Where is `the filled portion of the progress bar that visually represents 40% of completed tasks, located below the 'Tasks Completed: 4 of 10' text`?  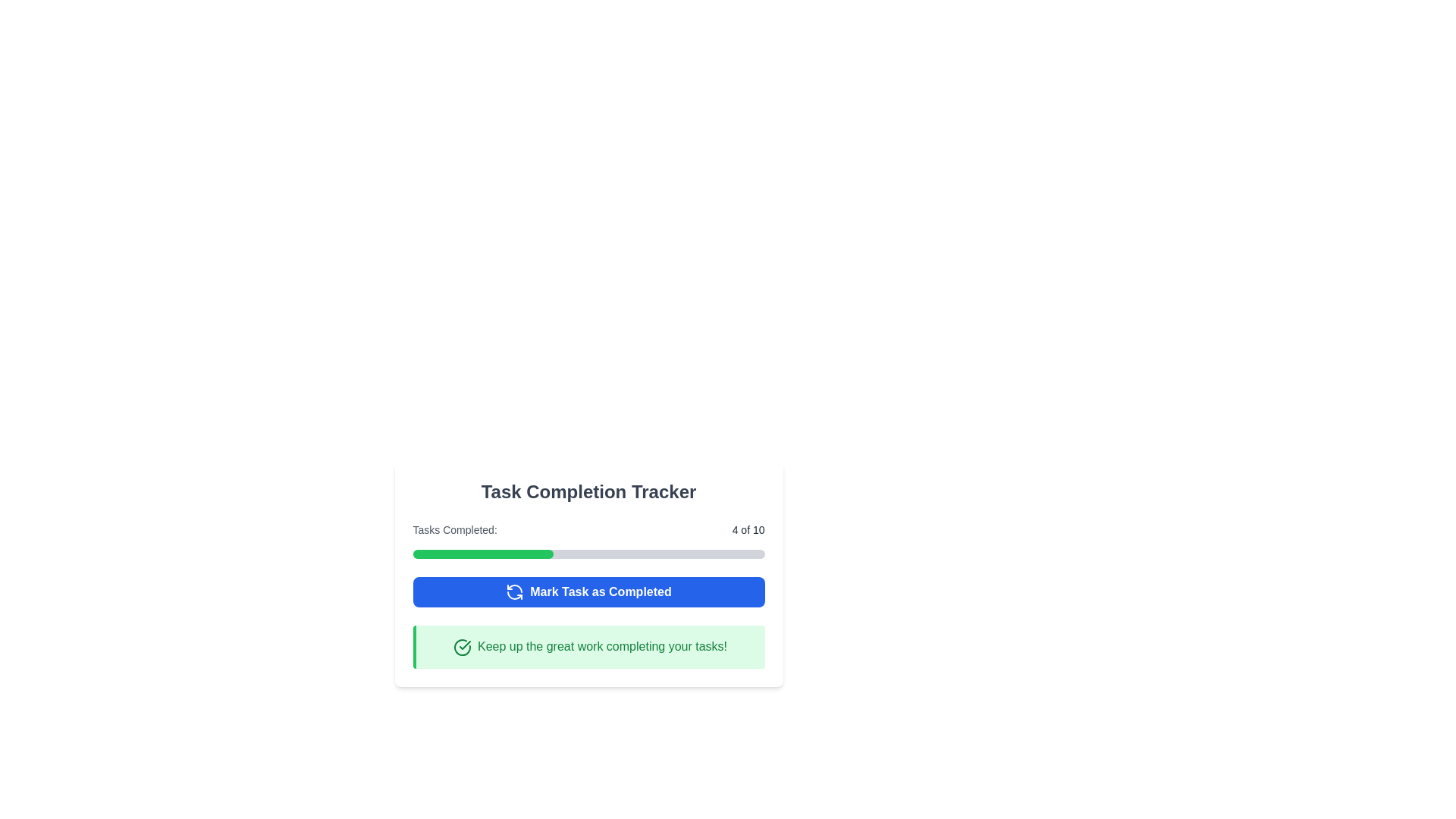
the filled portion of the progress bar that visually represents 40% of completed tasks, located below the 'Tasks Completed: 4 of 10' text is located at coordinates (482, 554).